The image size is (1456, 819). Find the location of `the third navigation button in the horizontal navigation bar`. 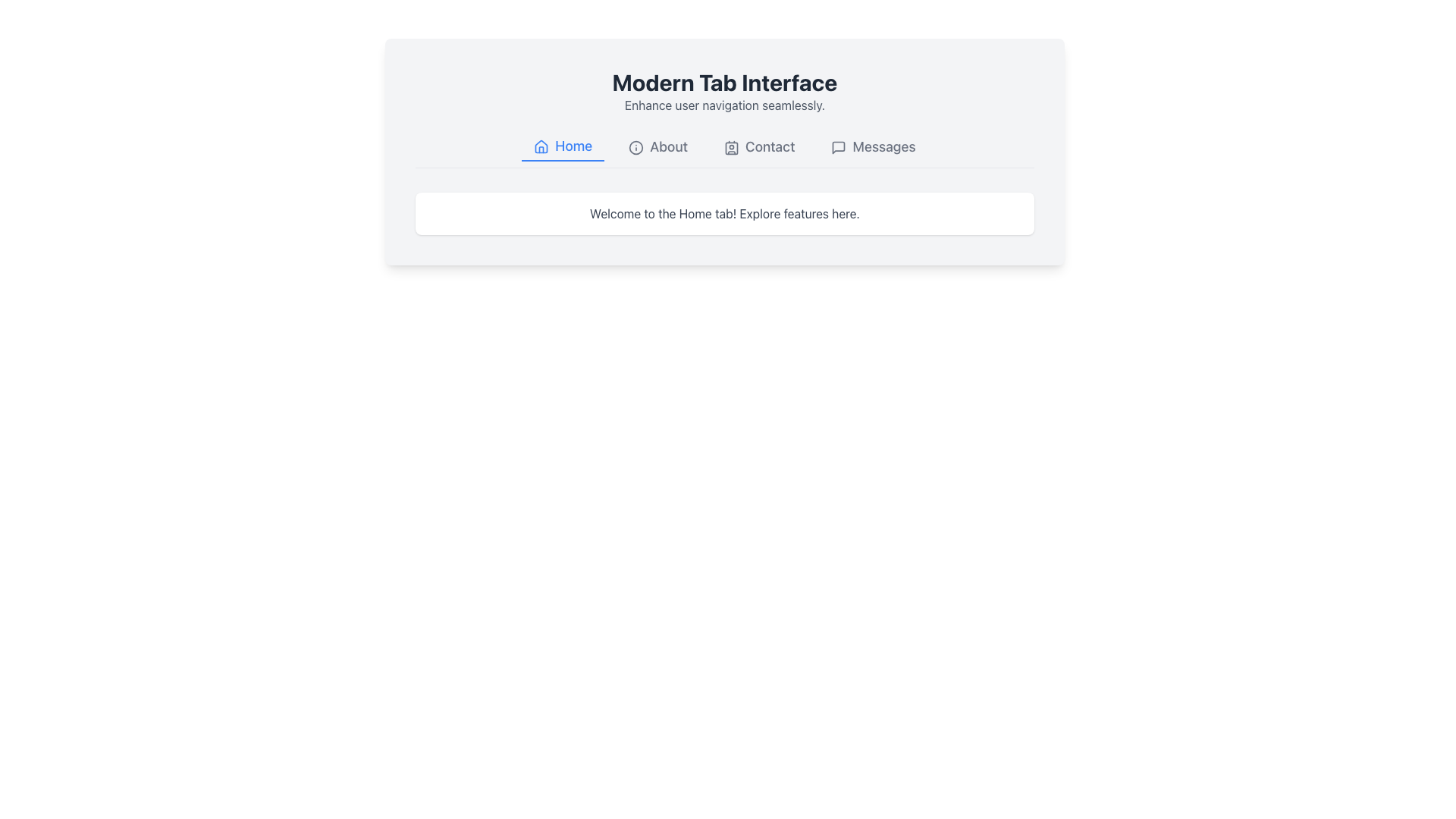

the third navigation button in the horizontal navigation bar is located at coordinates (759, 146).